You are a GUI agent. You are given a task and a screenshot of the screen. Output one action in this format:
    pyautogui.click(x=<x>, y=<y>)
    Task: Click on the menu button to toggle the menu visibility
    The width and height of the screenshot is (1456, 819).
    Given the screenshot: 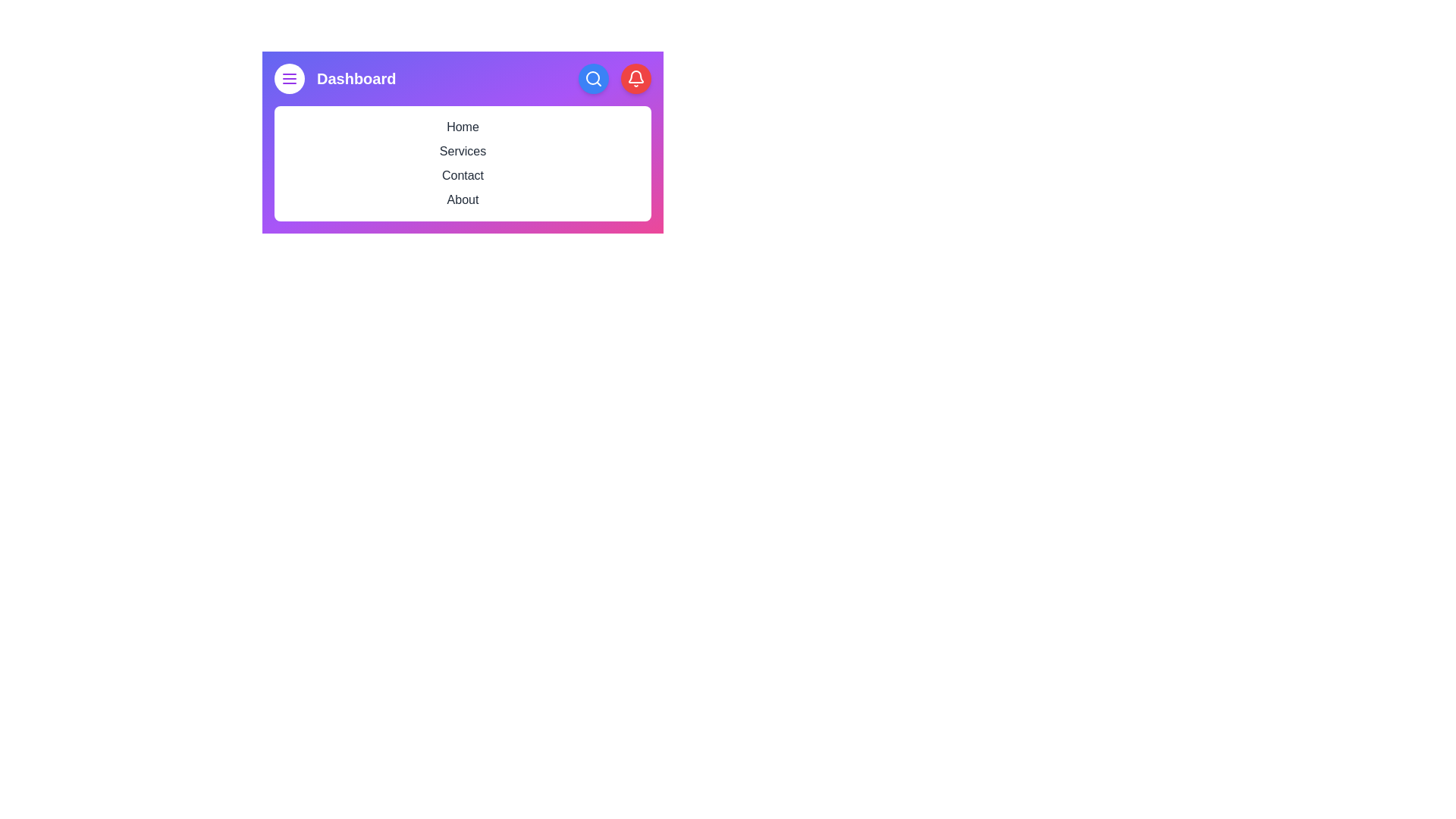 What is the action you would take?
    pyautogui.click(x=290, y=79)
    